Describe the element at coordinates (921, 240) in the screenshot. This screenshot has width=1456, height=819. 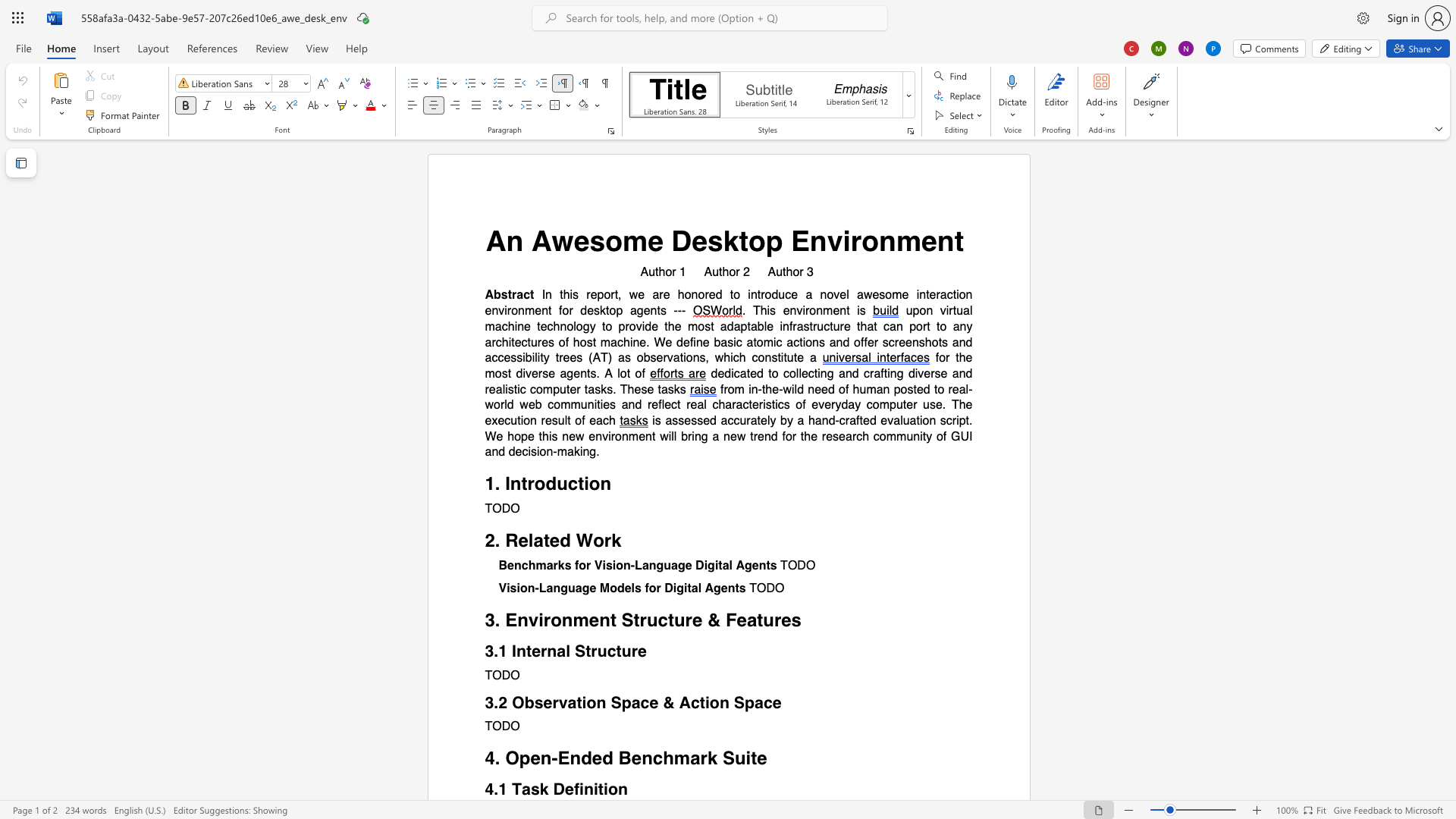
I see `the subset text "en" within the text "An Awesome Desktop Environment"` at that location.